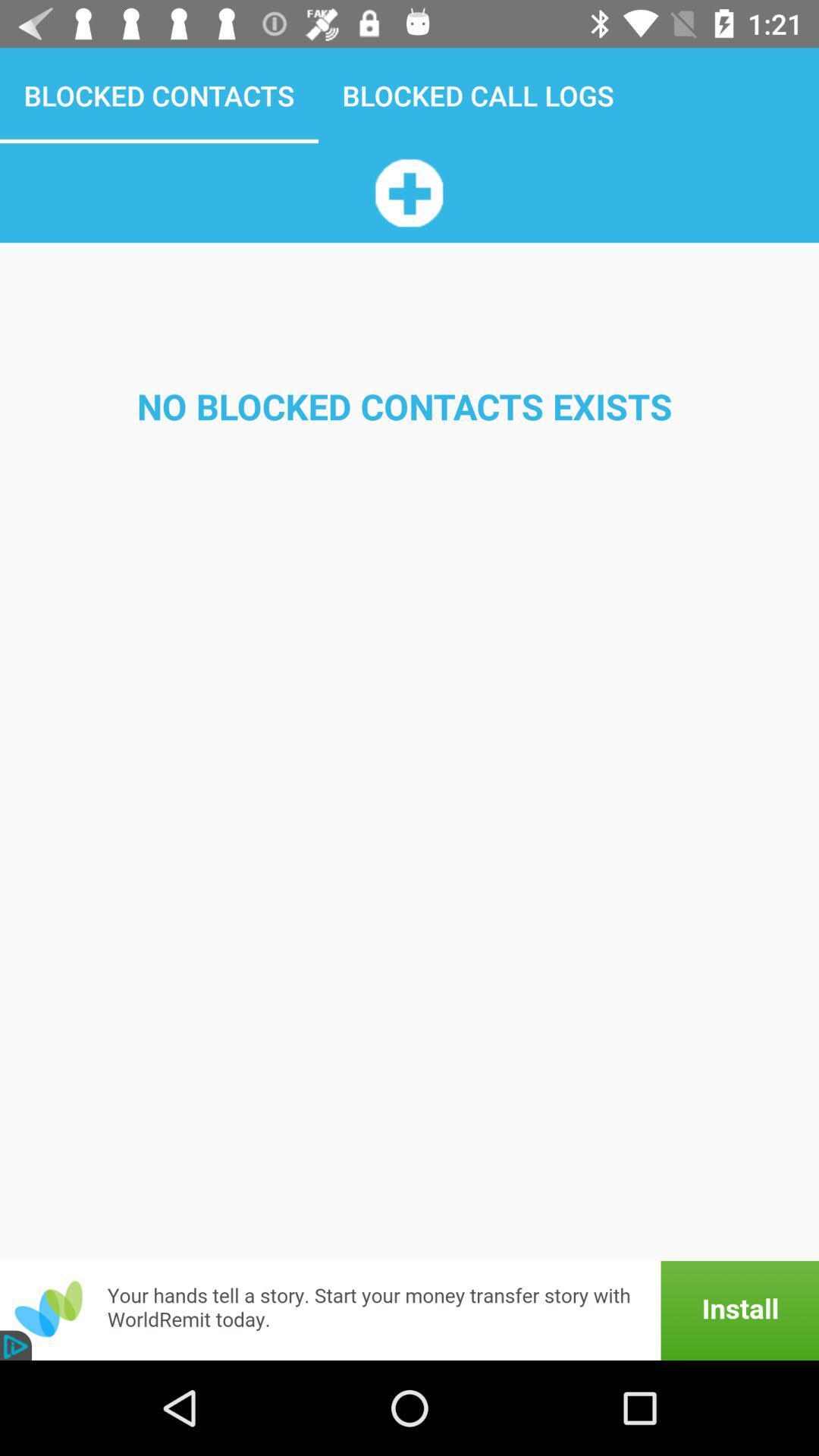 This screenshot has width=819, height=1456. Describe the element at coordinates (409, 1310) in the screenshot. I see `link to an advertisement site` at that location.